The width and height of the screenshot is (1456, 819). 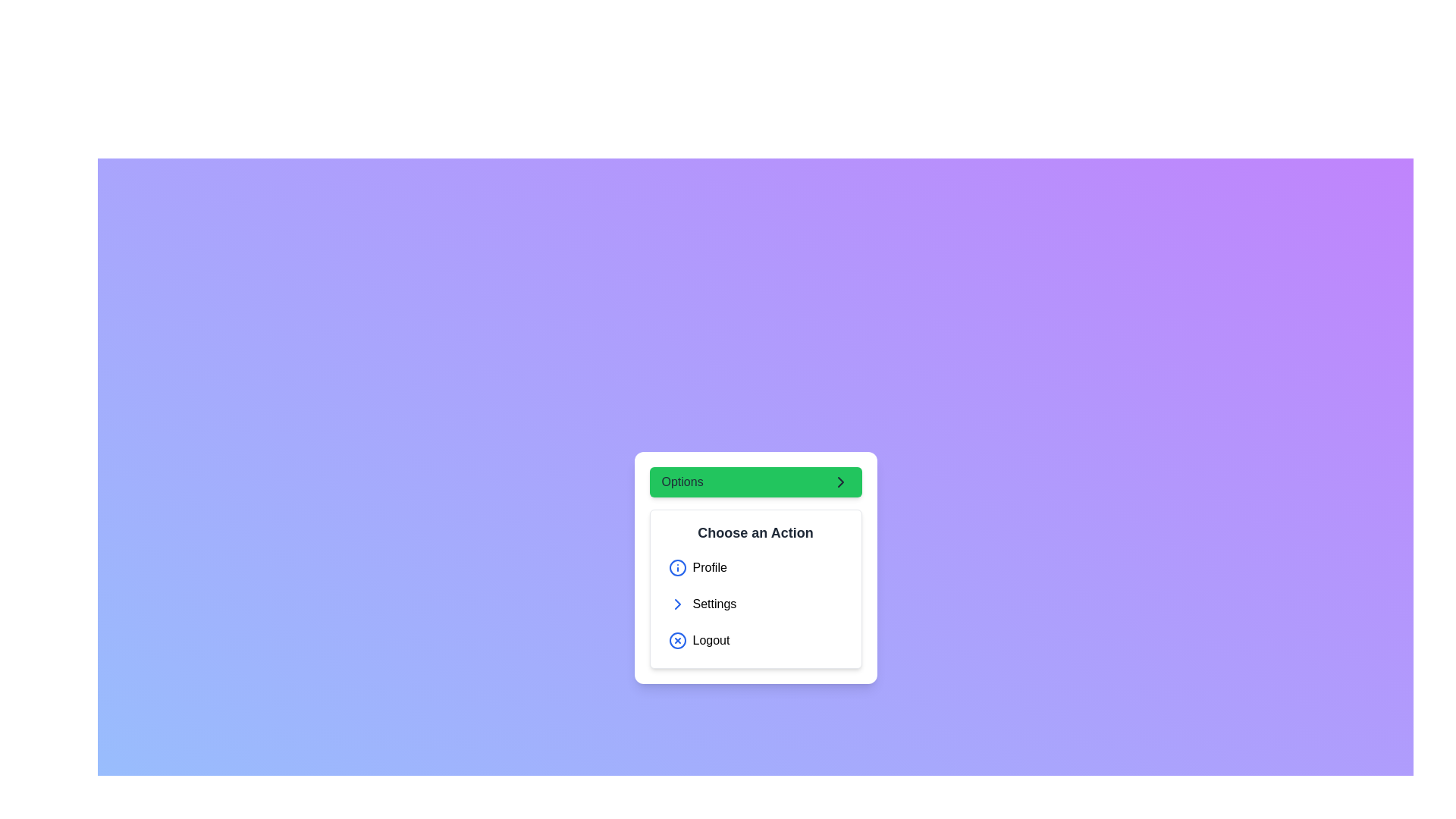 I want to click on the 'Profile' menu option in the 'Choose an Action' list, so click(x=755, y=567).